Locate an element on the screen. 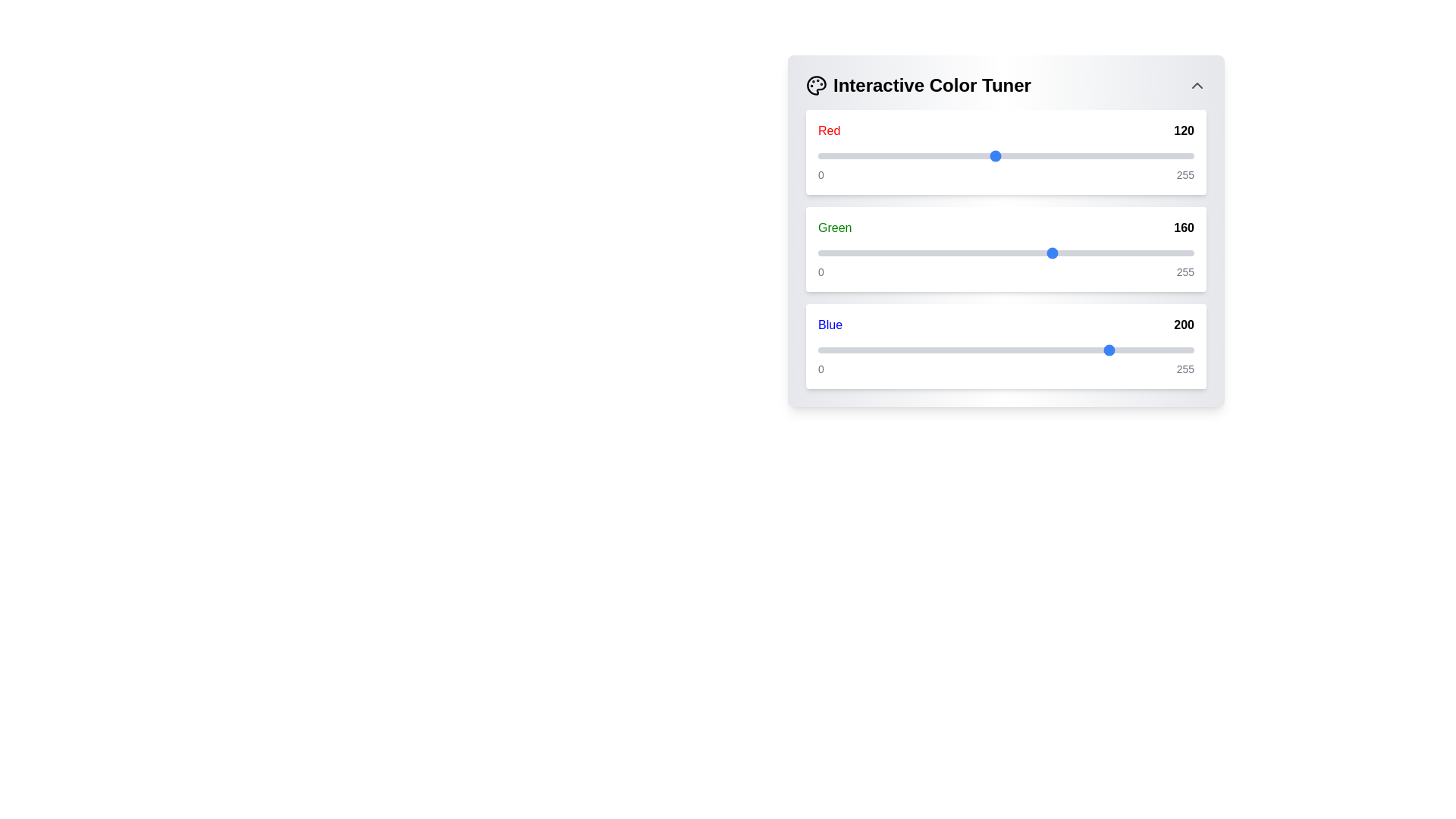  the numerical label '0' located on the left side of the 'Green' slider section is located at coordinates (820, 271).